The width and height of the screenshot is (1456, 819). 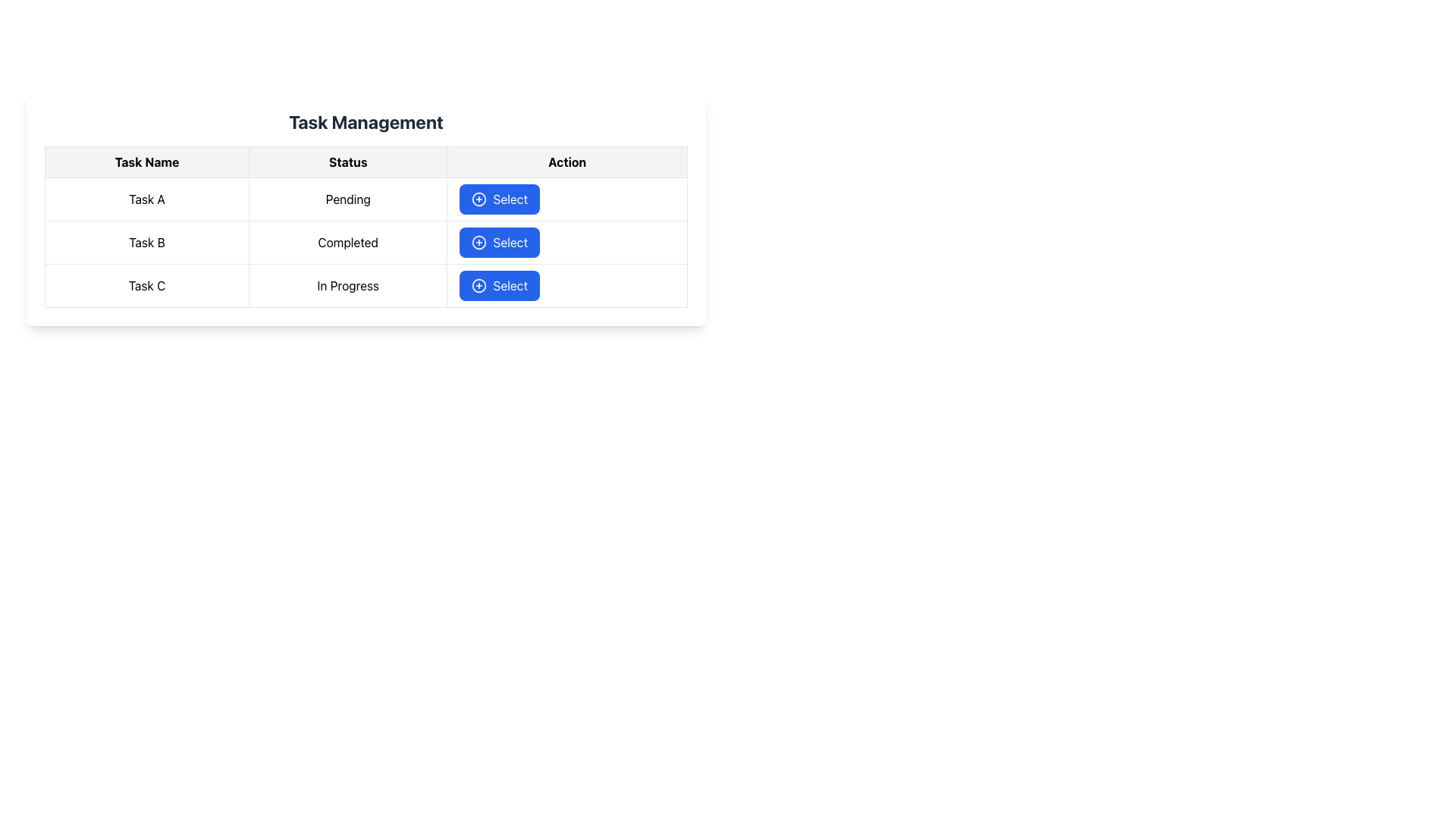 I want to click on the third button in the 'Action' column of the 'Task Management' table, so click(x=500, y=286).